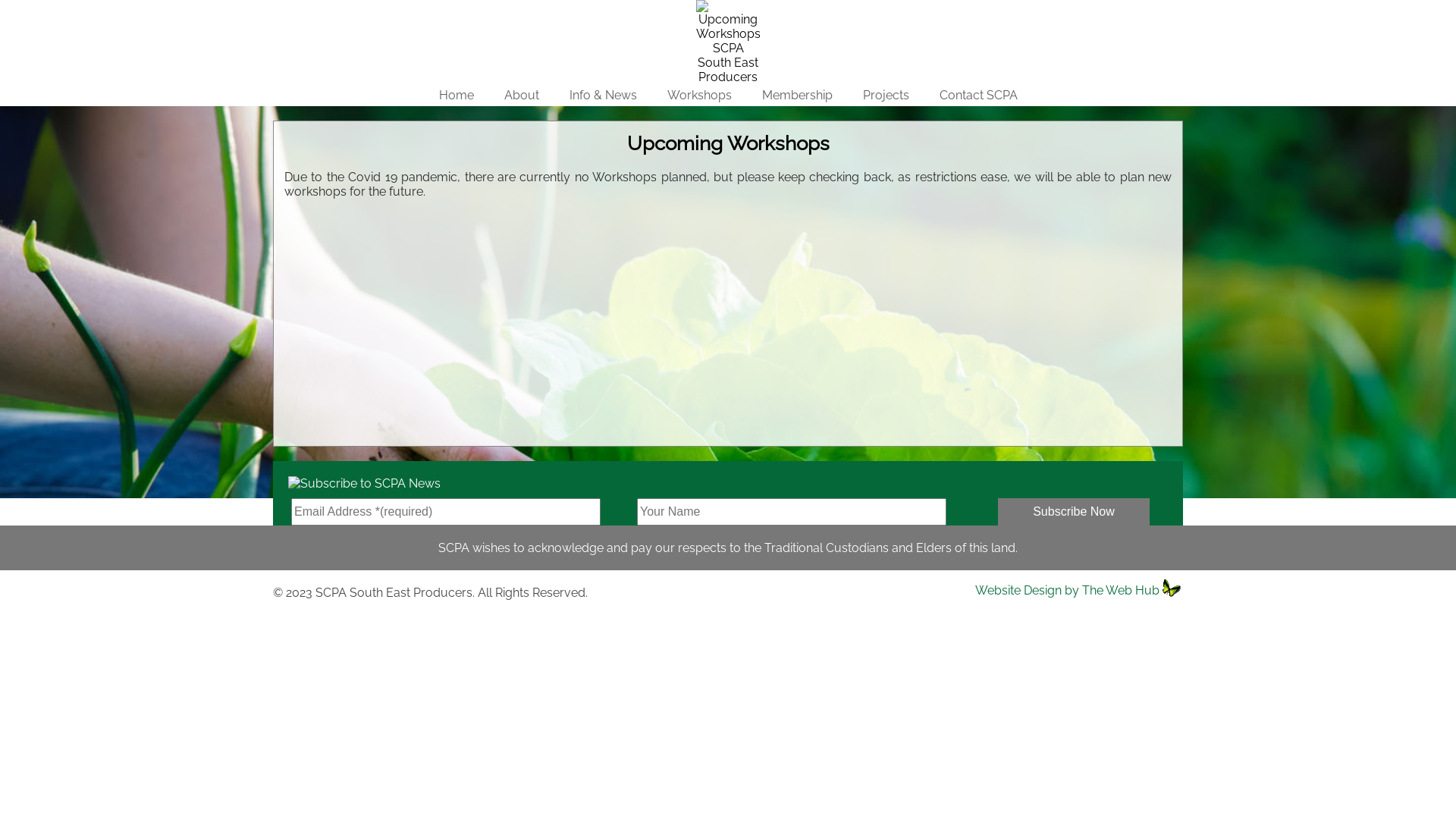  Describe the element at coordinates (698, 95) in the screenshot. I see `'Workshops'` at that location.